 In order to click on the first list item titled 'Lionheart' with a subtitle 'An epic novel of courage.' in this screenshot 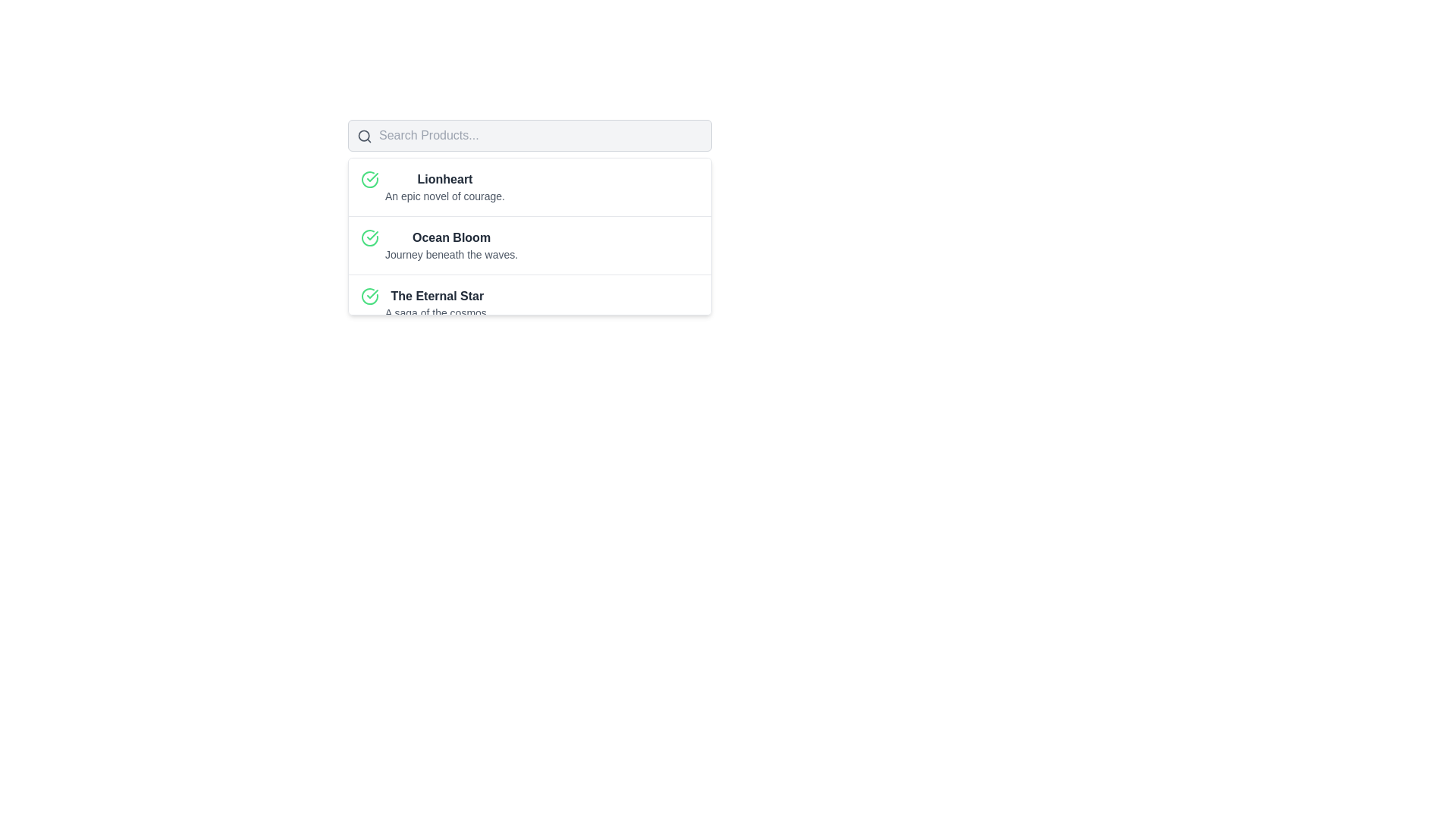, I will do `click(530, 186)`.